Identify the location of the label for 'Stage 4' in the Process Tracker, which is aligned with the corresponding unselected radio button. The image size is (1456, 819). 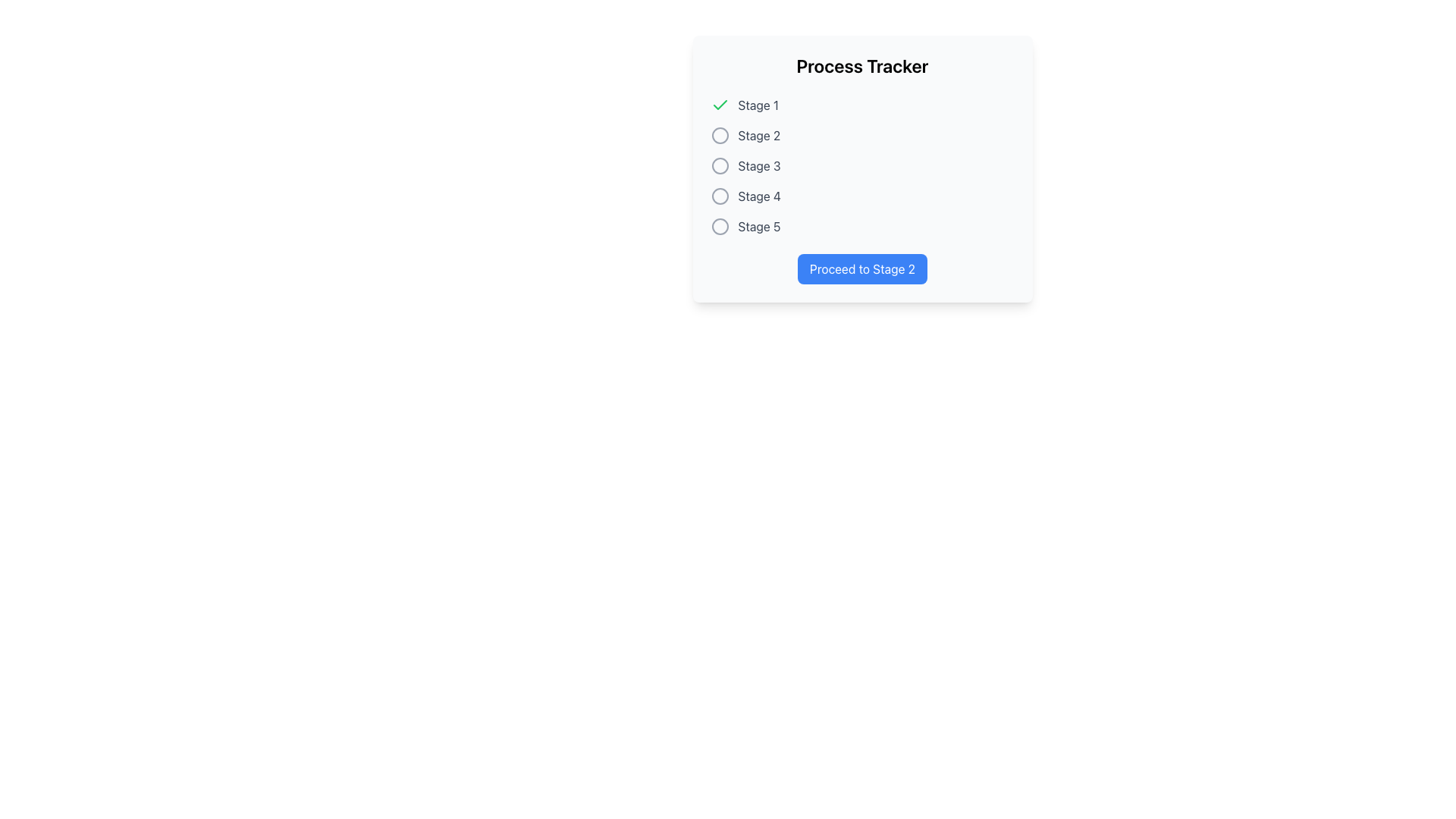
(759, 195).